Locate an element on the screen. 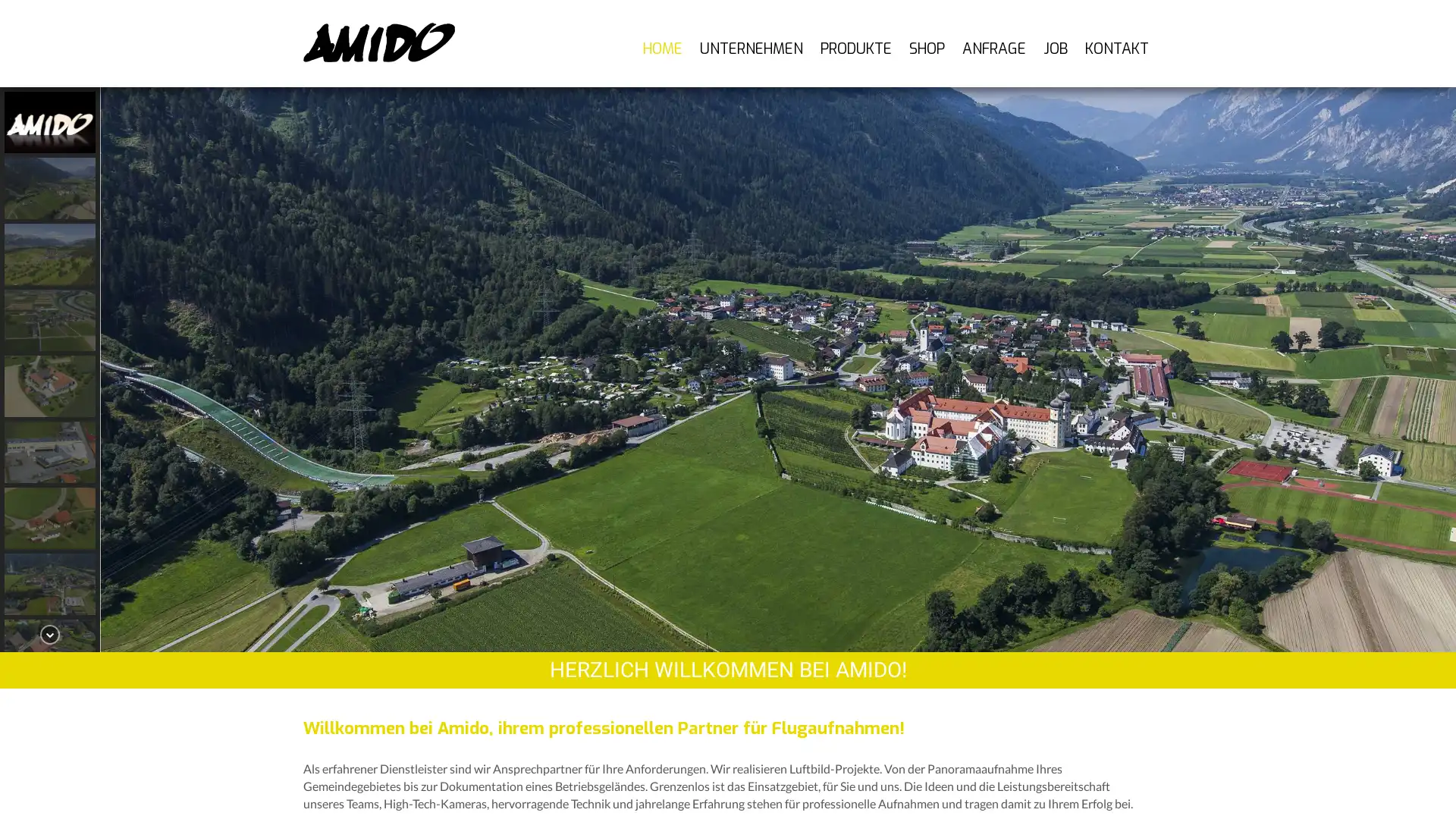 The image size is (1456, 819). previous arrow is located at coordinates (124, 369).